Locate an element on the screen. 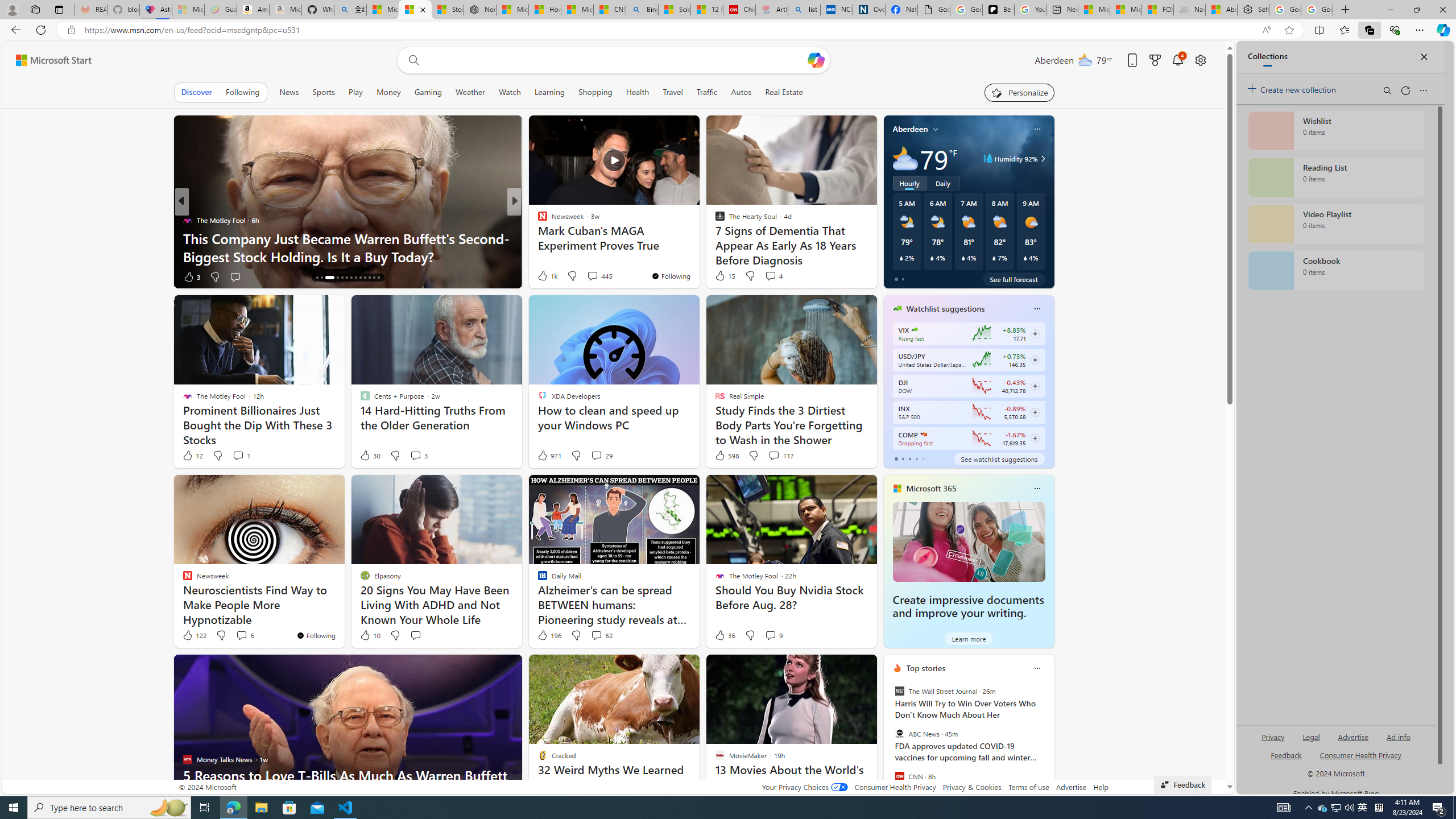 Image resolution: width=1456 pixels, height=819 pixels. 'View comments 34 Comment' is located at coordinates (589, 276).